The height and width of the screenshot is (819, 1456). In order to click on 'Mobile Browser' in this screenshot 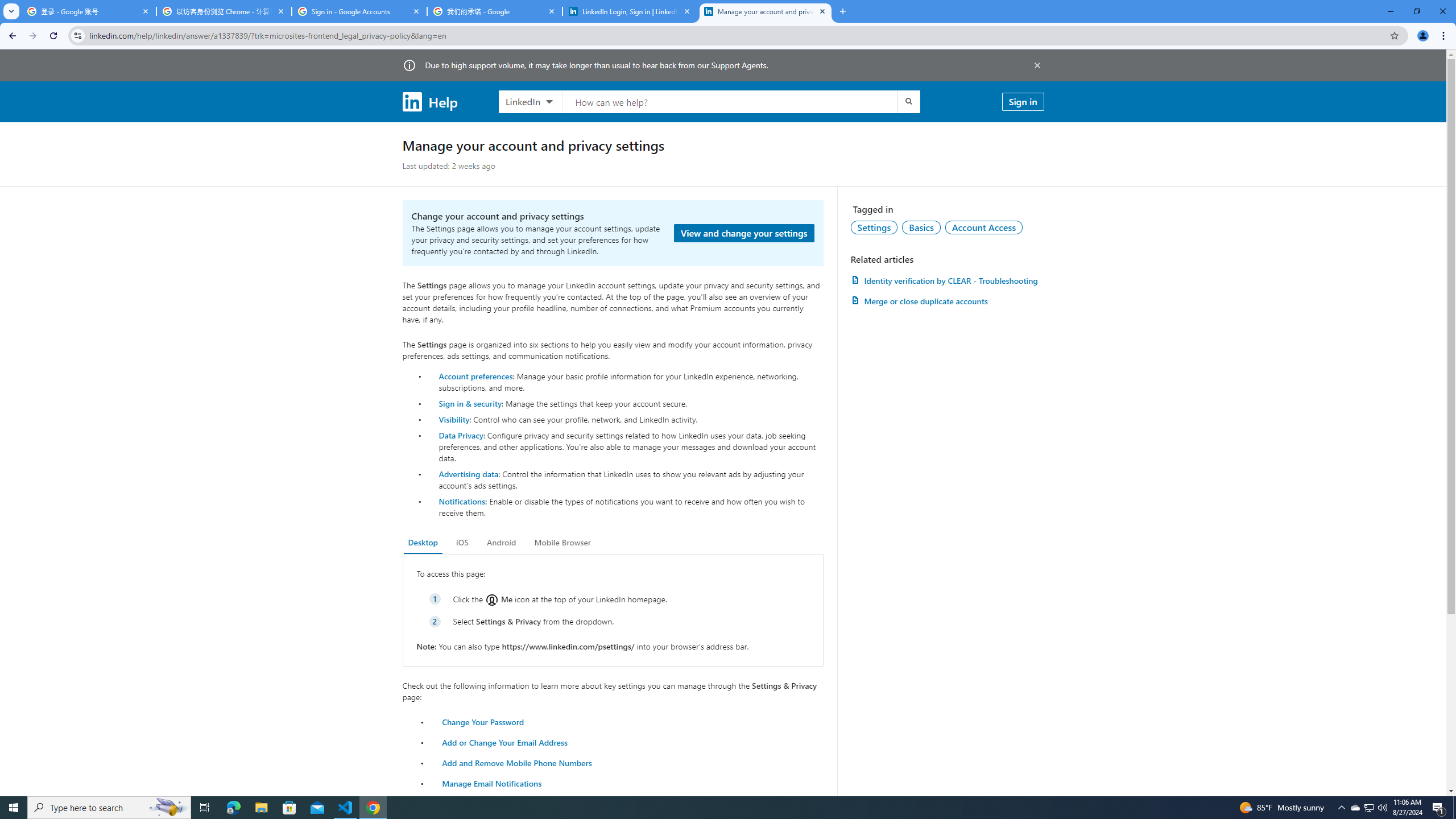, I will do `click(562, 542)`.